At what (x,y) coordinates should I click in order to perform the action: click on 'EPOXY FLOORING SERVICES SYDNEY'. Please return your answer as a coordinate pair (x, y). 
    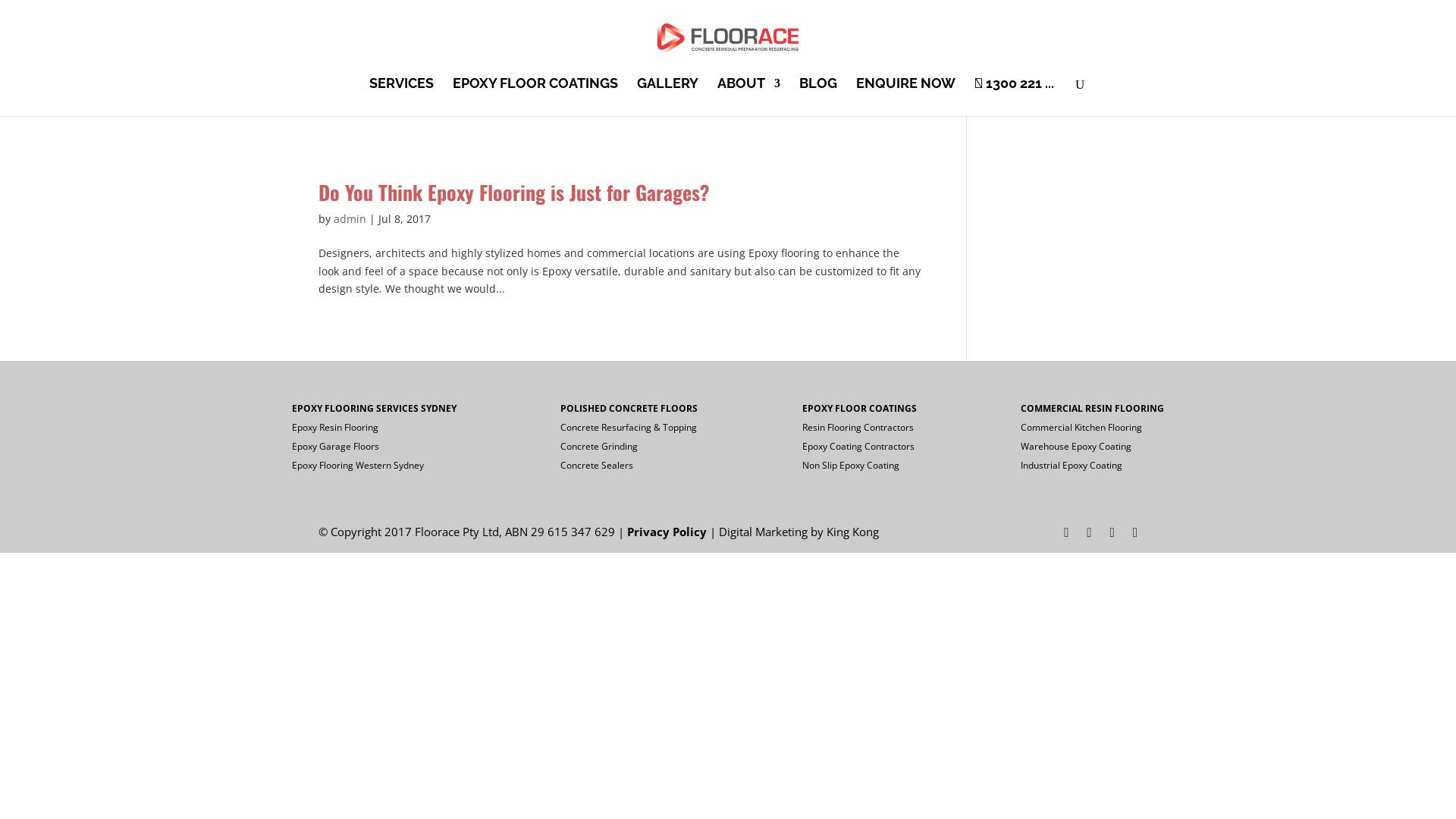
    Looking at the image, I should click on (374, 407).